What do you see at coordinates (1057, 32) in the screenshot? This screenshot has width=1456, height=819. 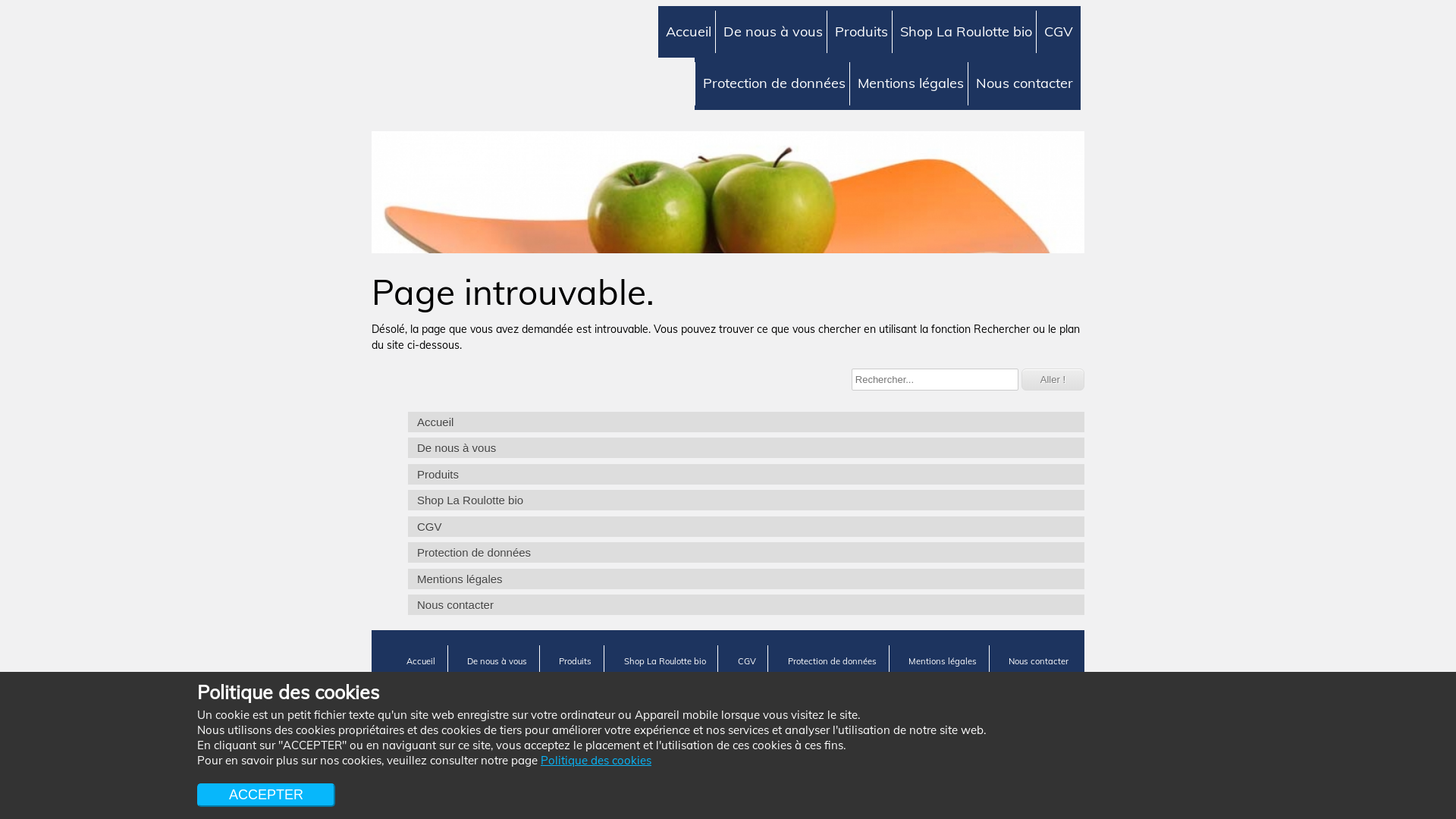 I see `'CGV'` at bounding box center [1057, 32].